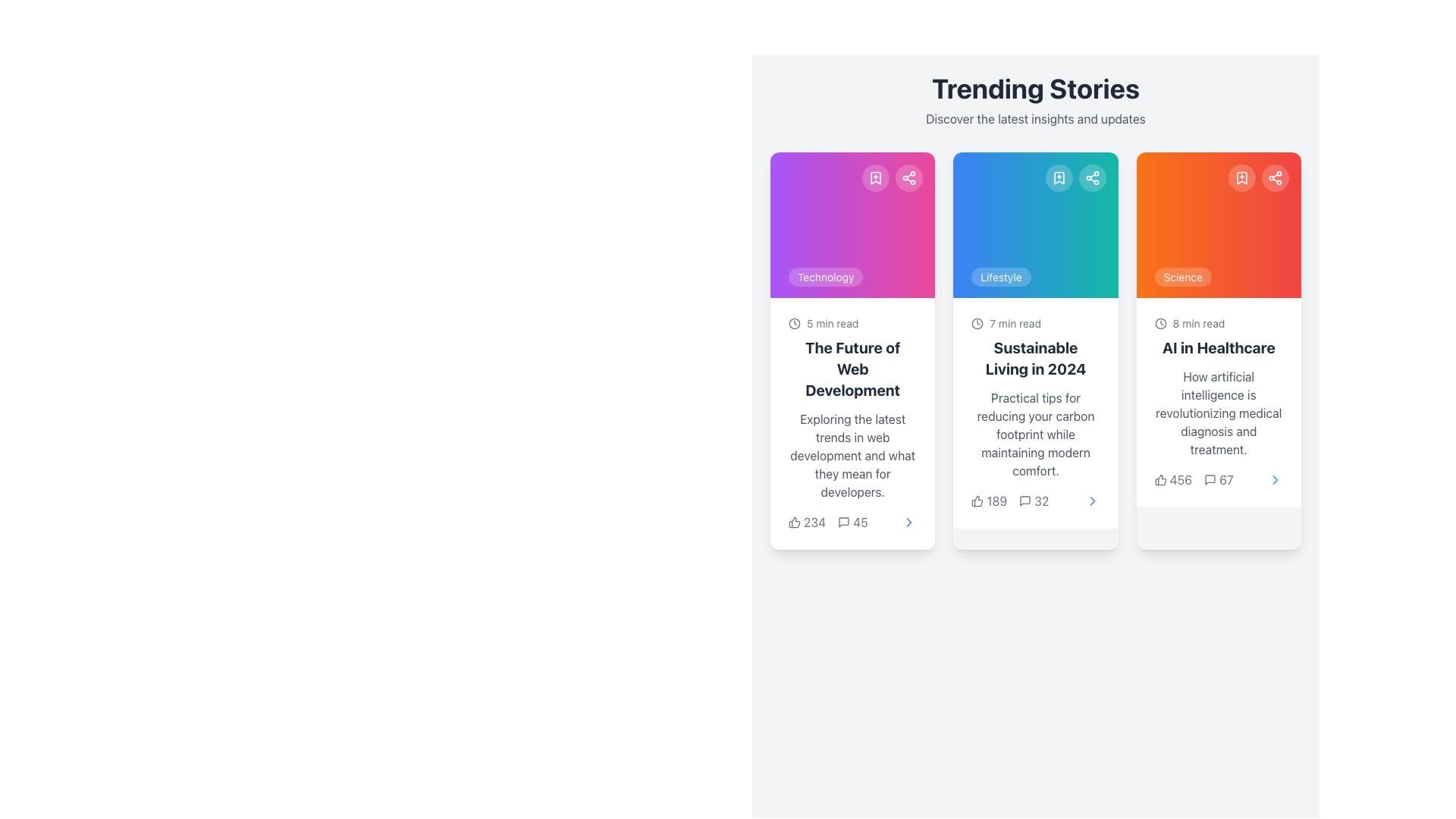 The image size is (1456, 819). Describe the element at coordinates (843, 522) in the screenshot. I see `the square-shaped icon resembling a speech bubble, located to the left of the numeric label '45' in the bottom section of the trending content card` at that location.